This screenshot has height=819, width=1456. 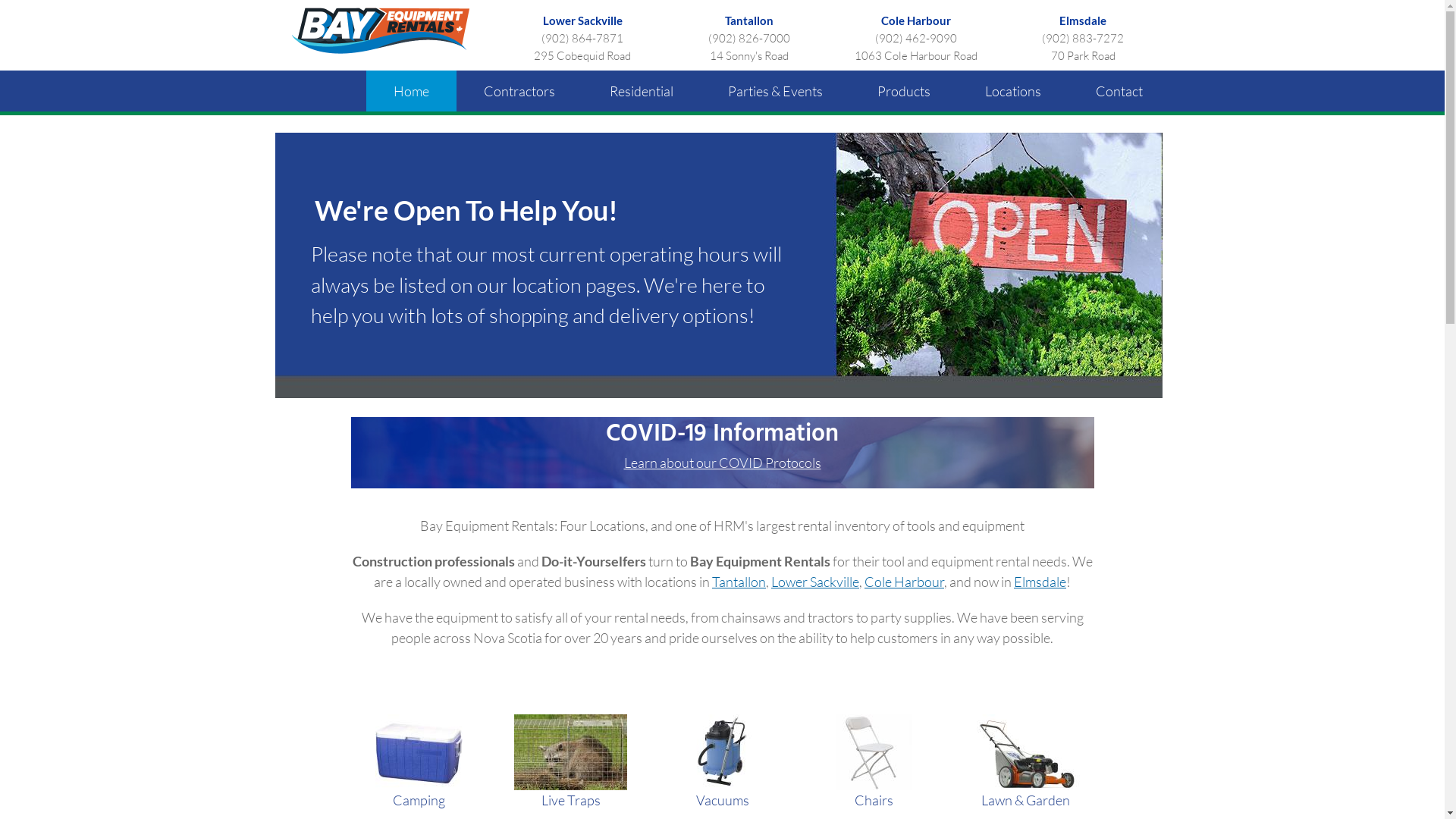 What do you see at coordinates (1118, 90) in the screenshot?
I see `'Contact'` at bounding box center [1118, 90].